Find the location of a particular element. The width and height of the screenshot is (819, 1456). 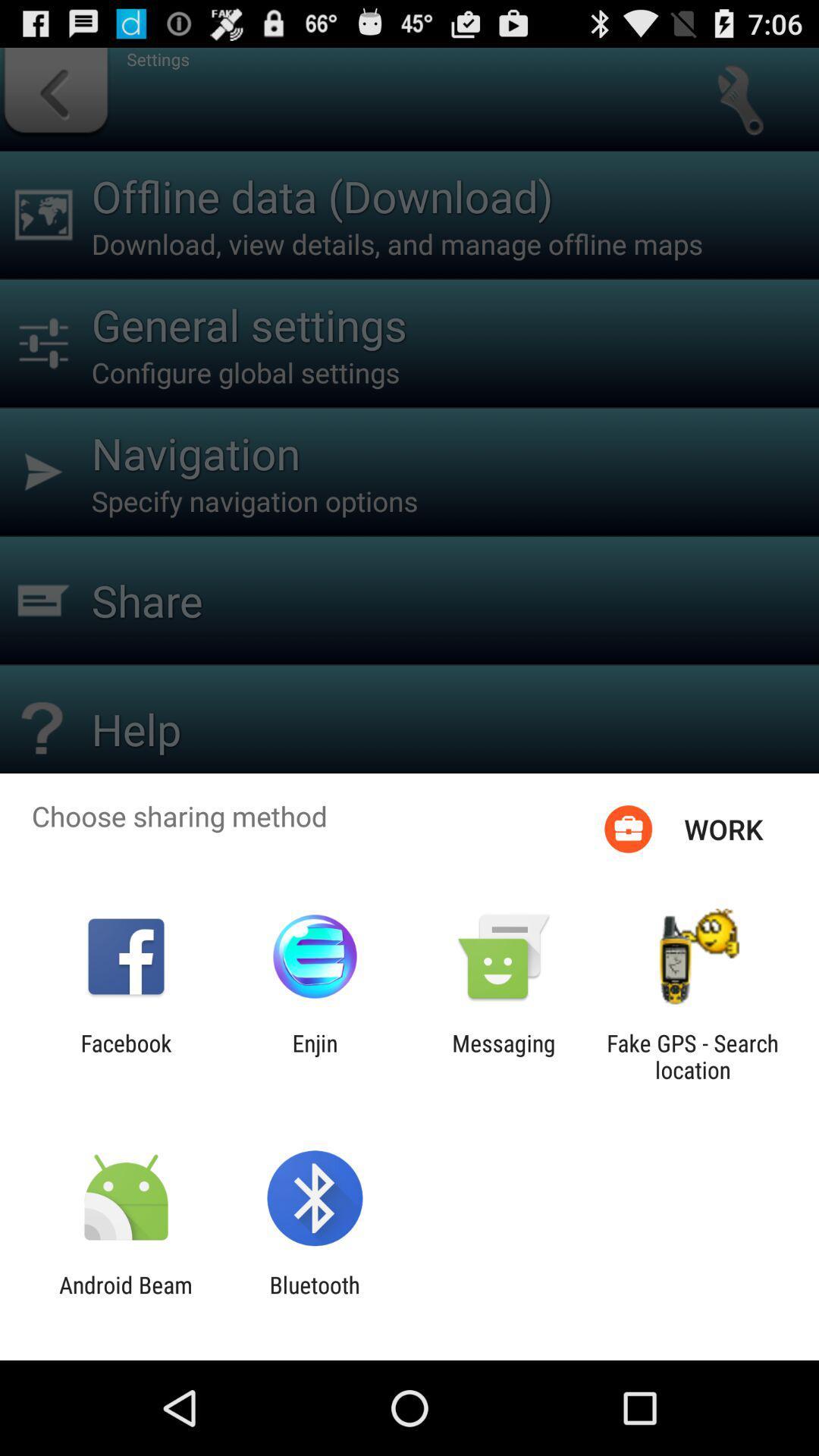

the app to the left of the enjin is located at coordinates (125, 1056).